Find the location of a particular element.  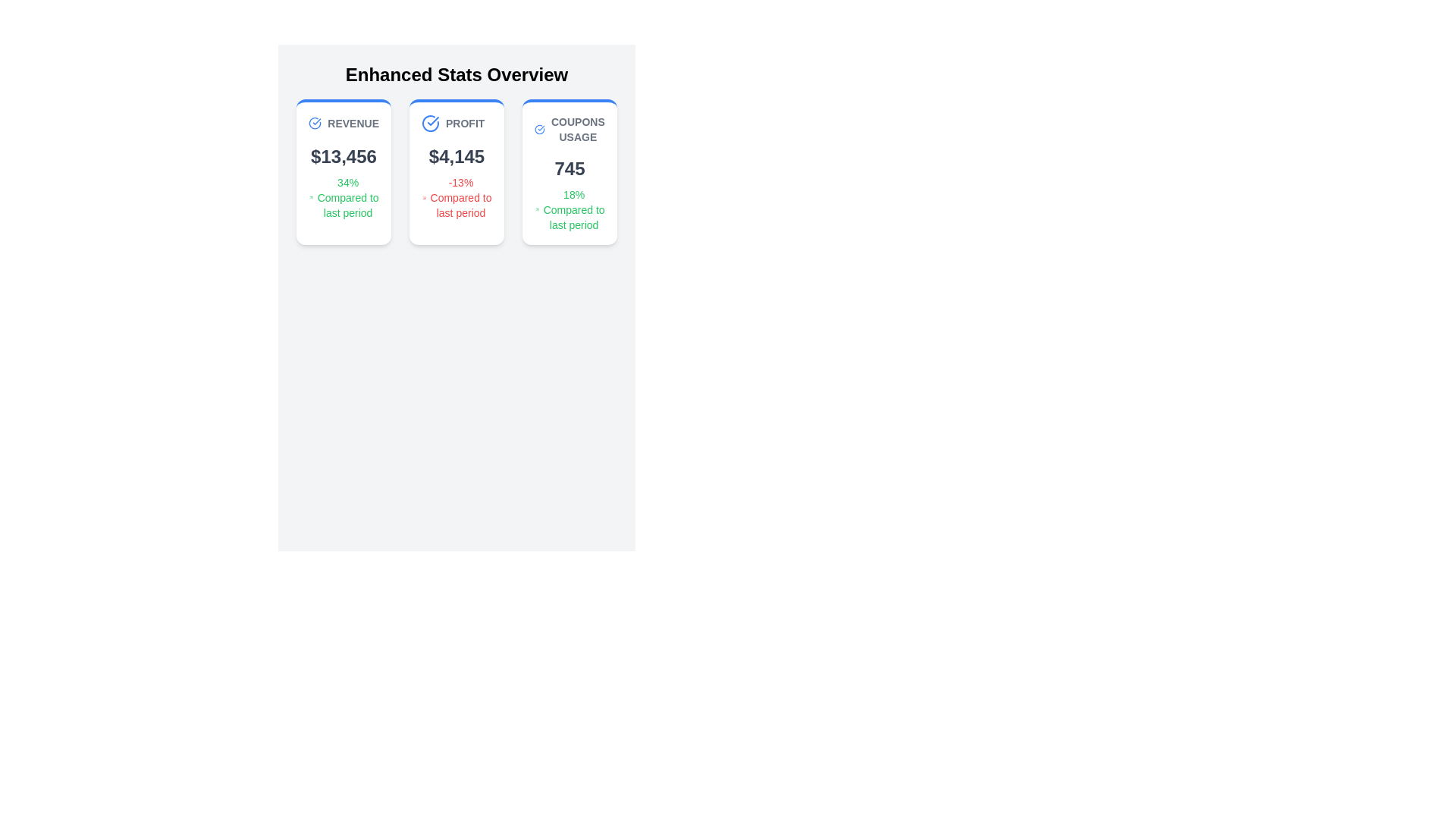

text label titled 'Coupons Usage' located at the top of the rightmost card, which categorizes the associated data below is located at coordinates (577, 128).